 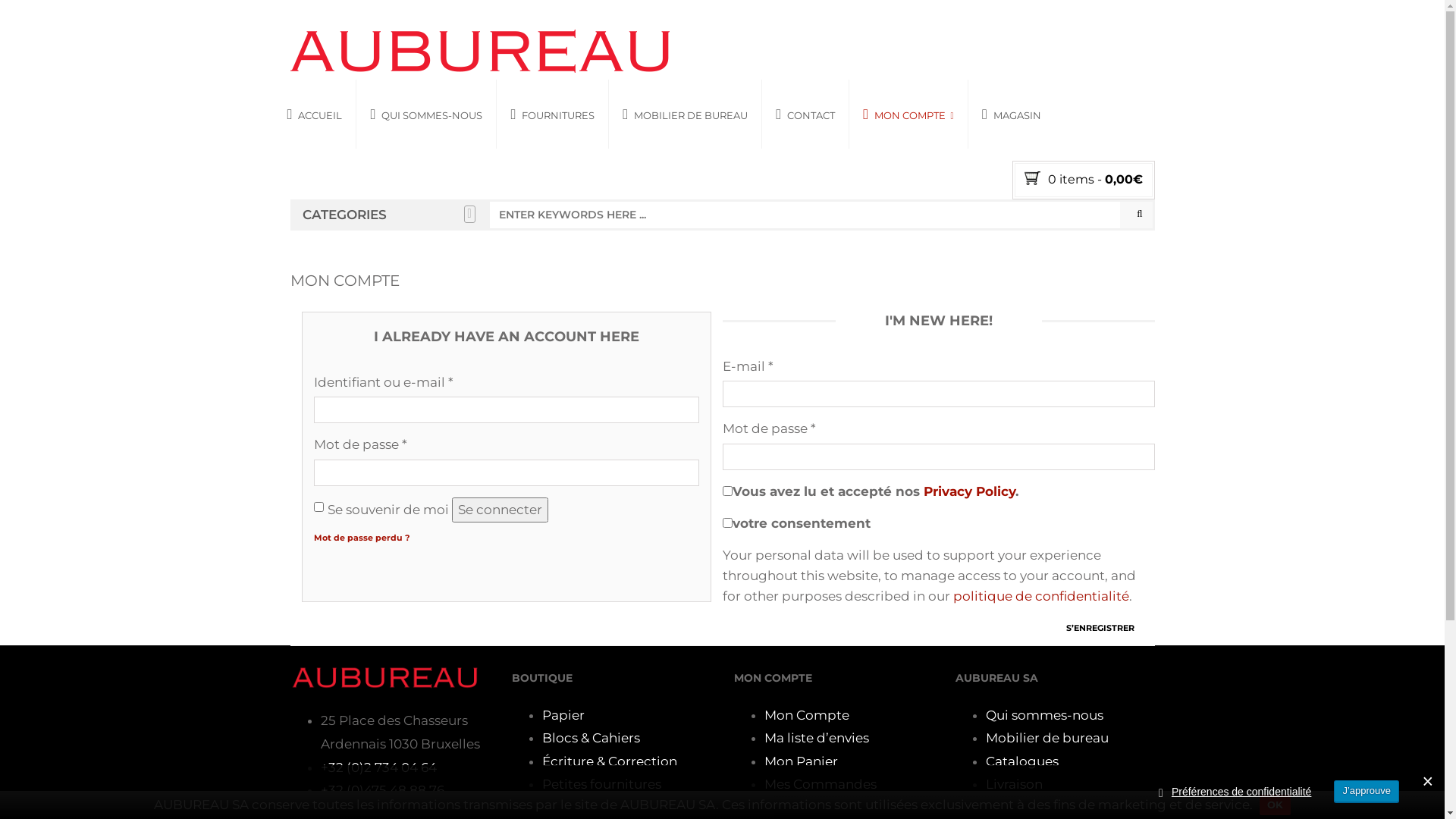 I want to click on 'ACCUEIL', so click(x=320, y=113).